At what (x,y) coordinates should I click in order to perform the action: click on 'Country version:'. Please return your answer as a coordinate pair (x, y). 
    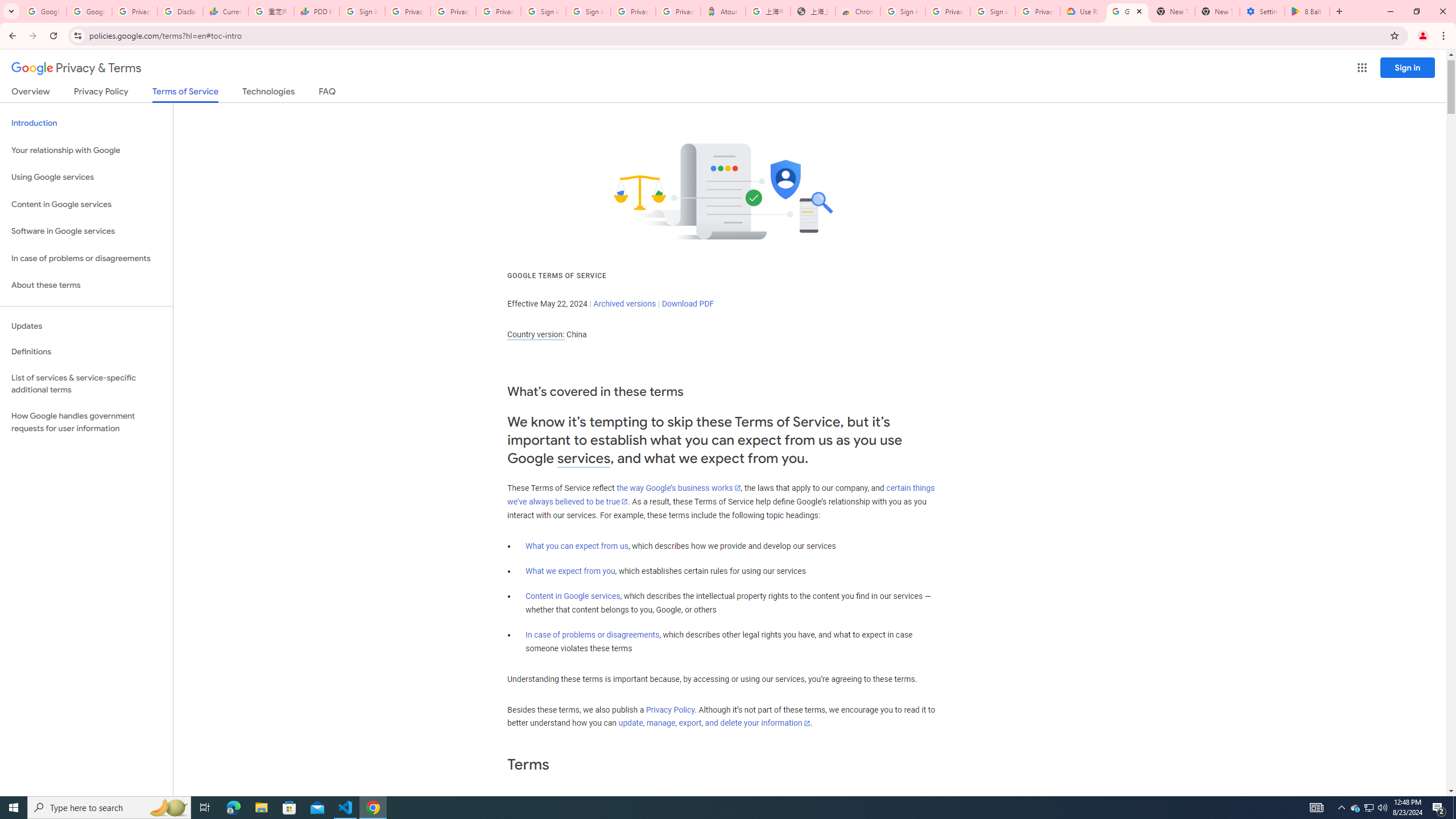
    Looking at the image, I should click on (535, 334).